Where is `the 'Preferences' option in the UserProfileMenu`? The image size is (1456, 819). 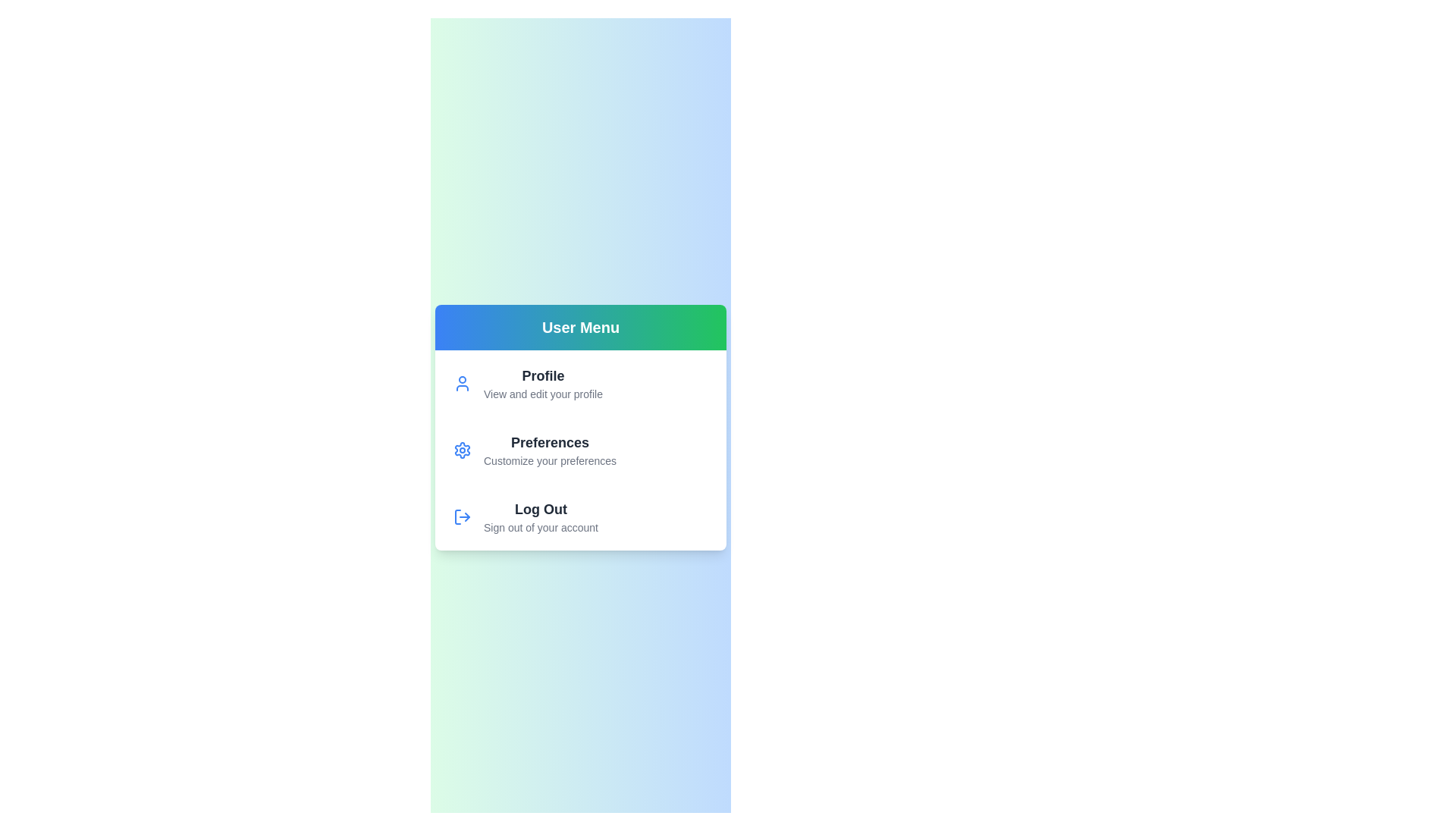
the 'Preferences' option in the UserProfileMenu is located at coordinates (580, 450).